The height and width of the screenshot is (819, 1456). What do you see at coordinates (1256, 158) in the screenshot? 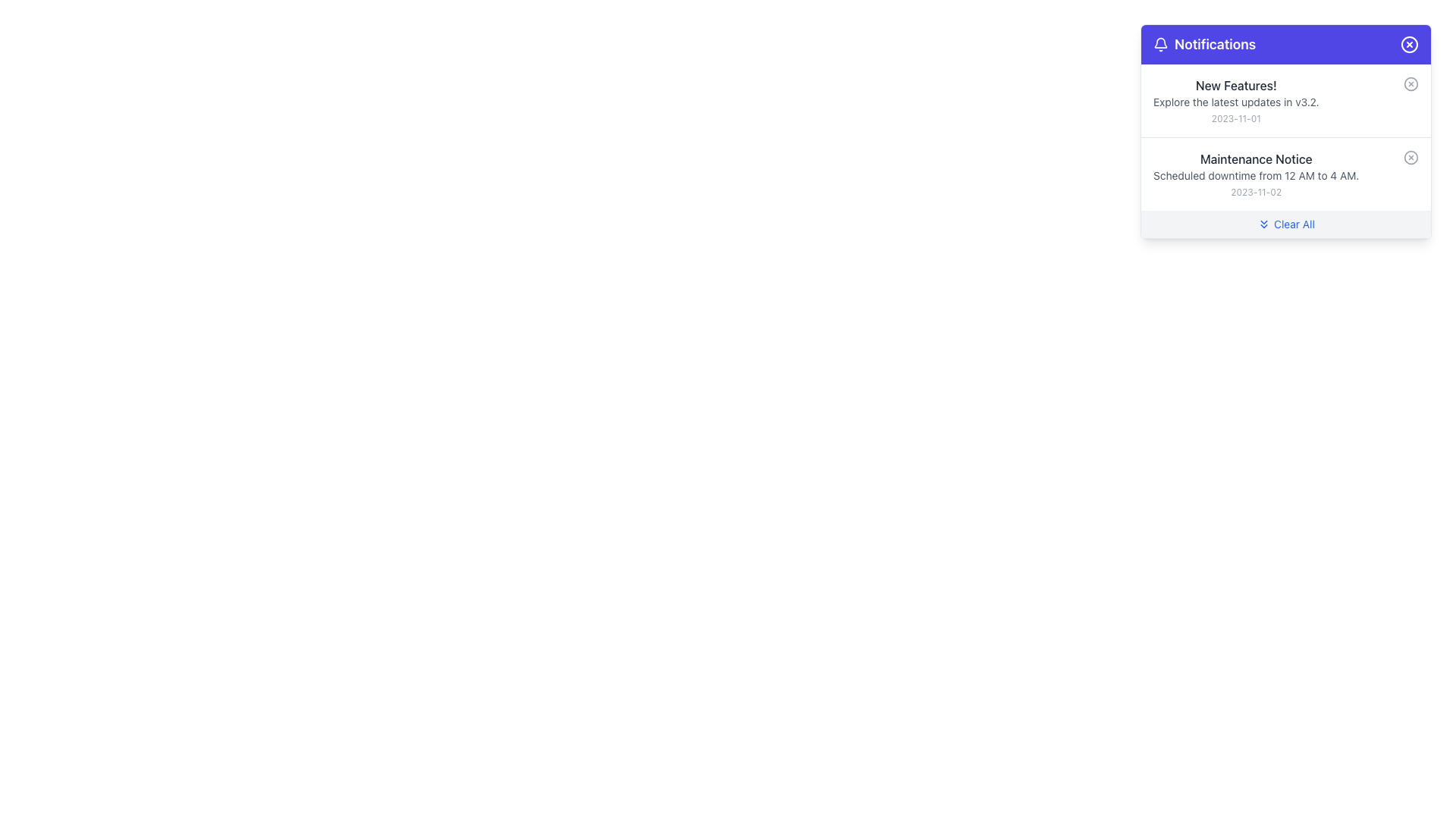
I see `and understand the text of the notification title located centrally within the notification card, above the description text 'Scheduled downtime from 12 AM to 4 AM.'` at bounding box center [1256, 158].